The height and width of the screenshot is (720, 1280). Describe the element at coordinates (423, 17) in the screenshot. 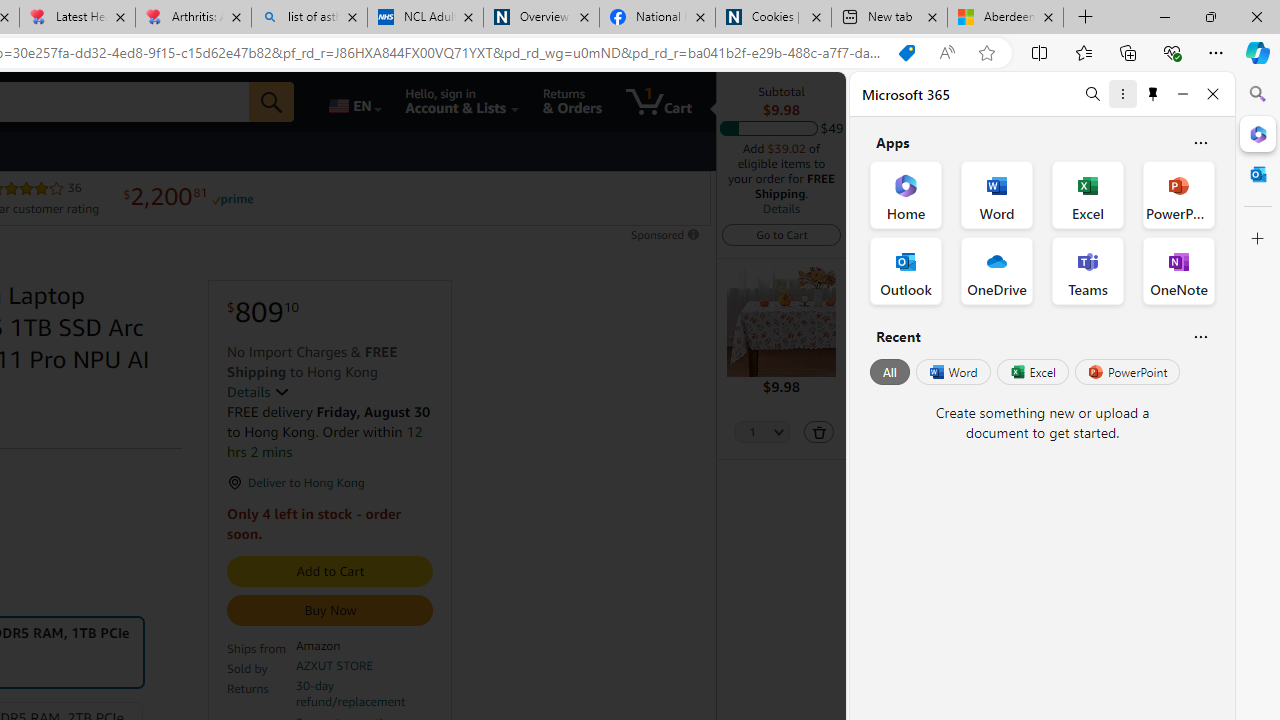

I see `'NCL Adult Asthma Inhaler Choice Guideline'` at that location.